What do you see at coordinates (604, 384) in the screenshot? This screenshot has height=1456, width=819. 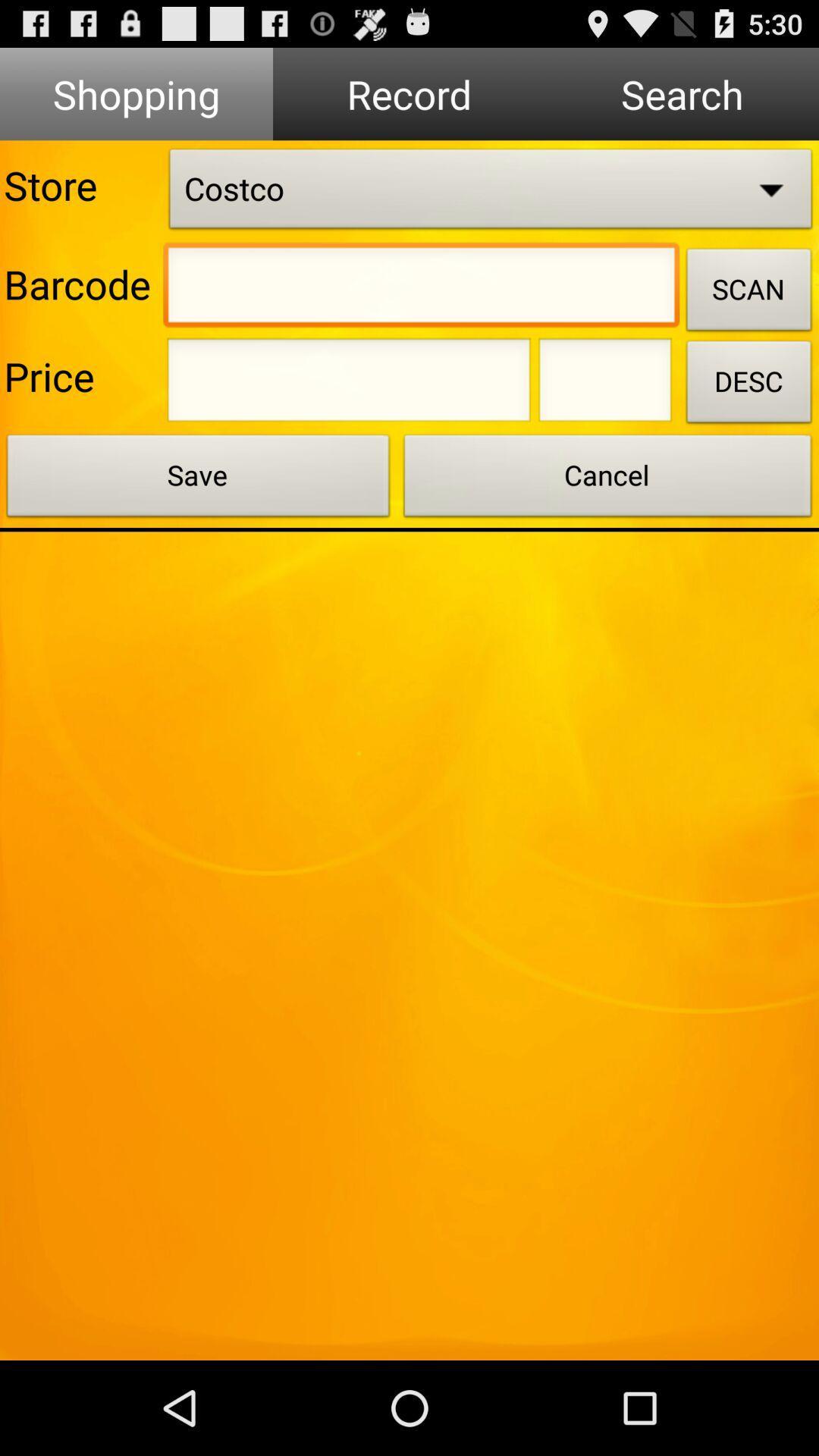 I see `description box` at bounding box center [604, 384].